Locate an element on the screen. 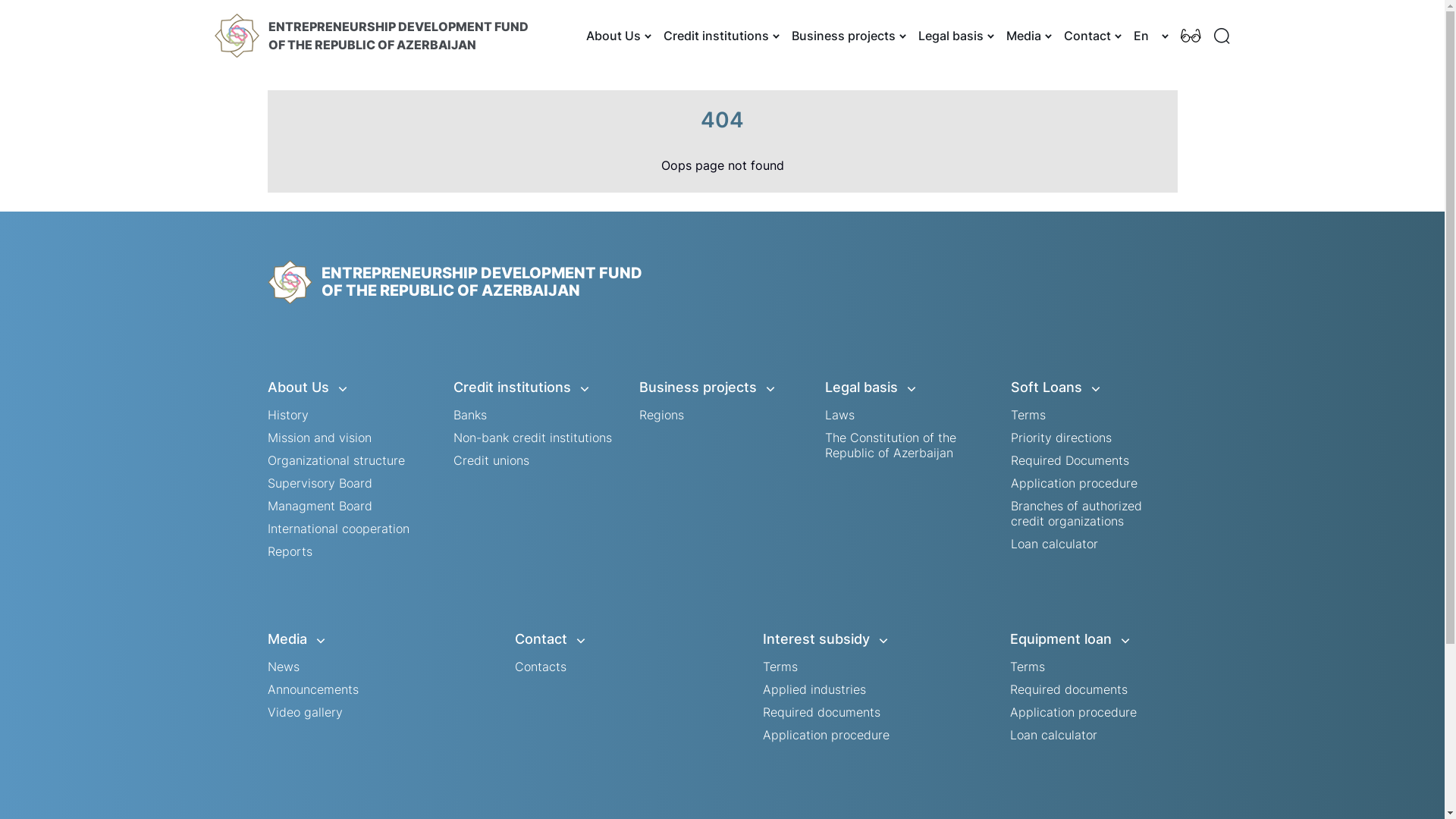  'Required documents' is located at coordinates (1068, 689).